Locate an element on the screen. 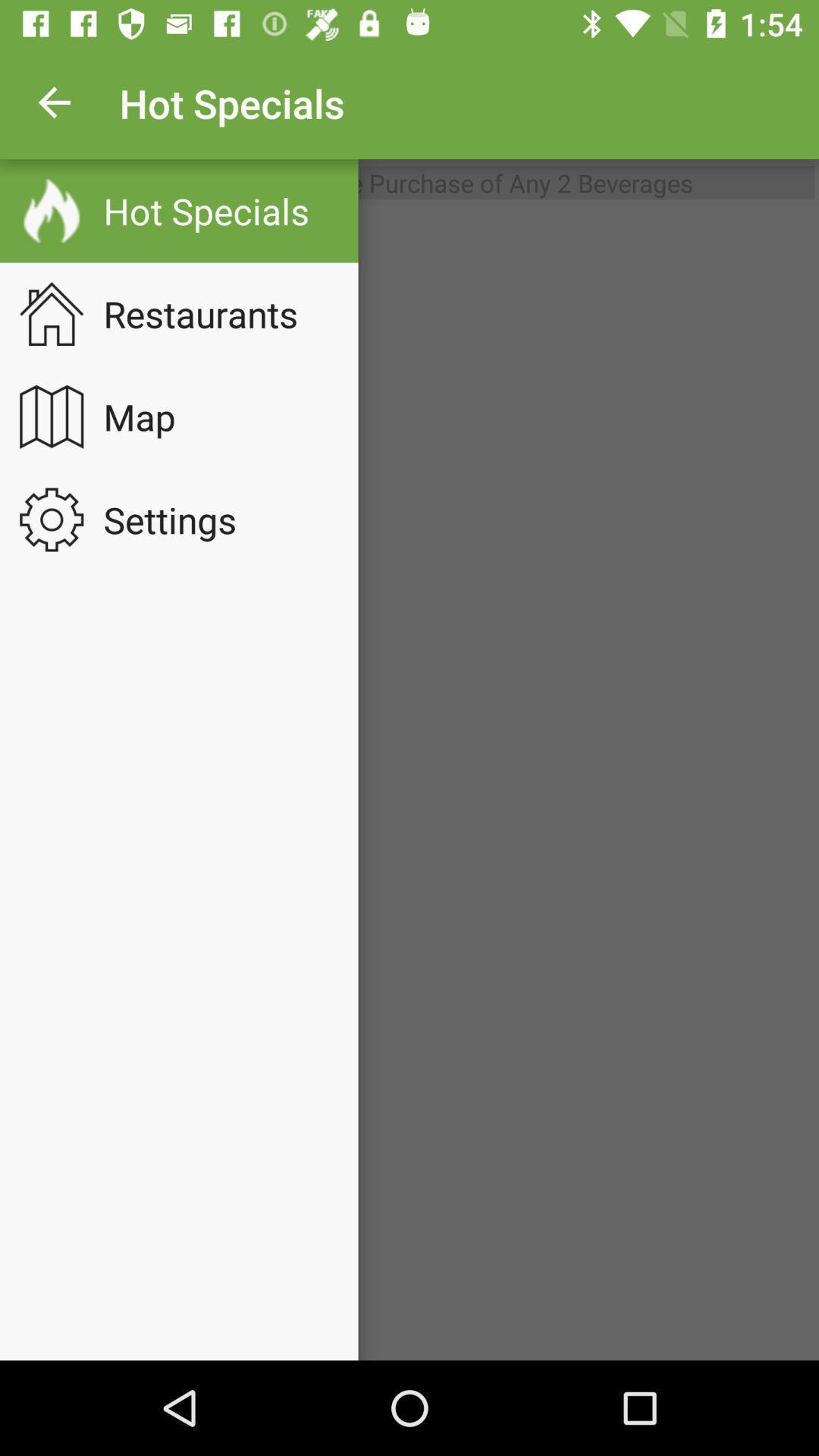  icon at the center is located at coordinates (409, 783).